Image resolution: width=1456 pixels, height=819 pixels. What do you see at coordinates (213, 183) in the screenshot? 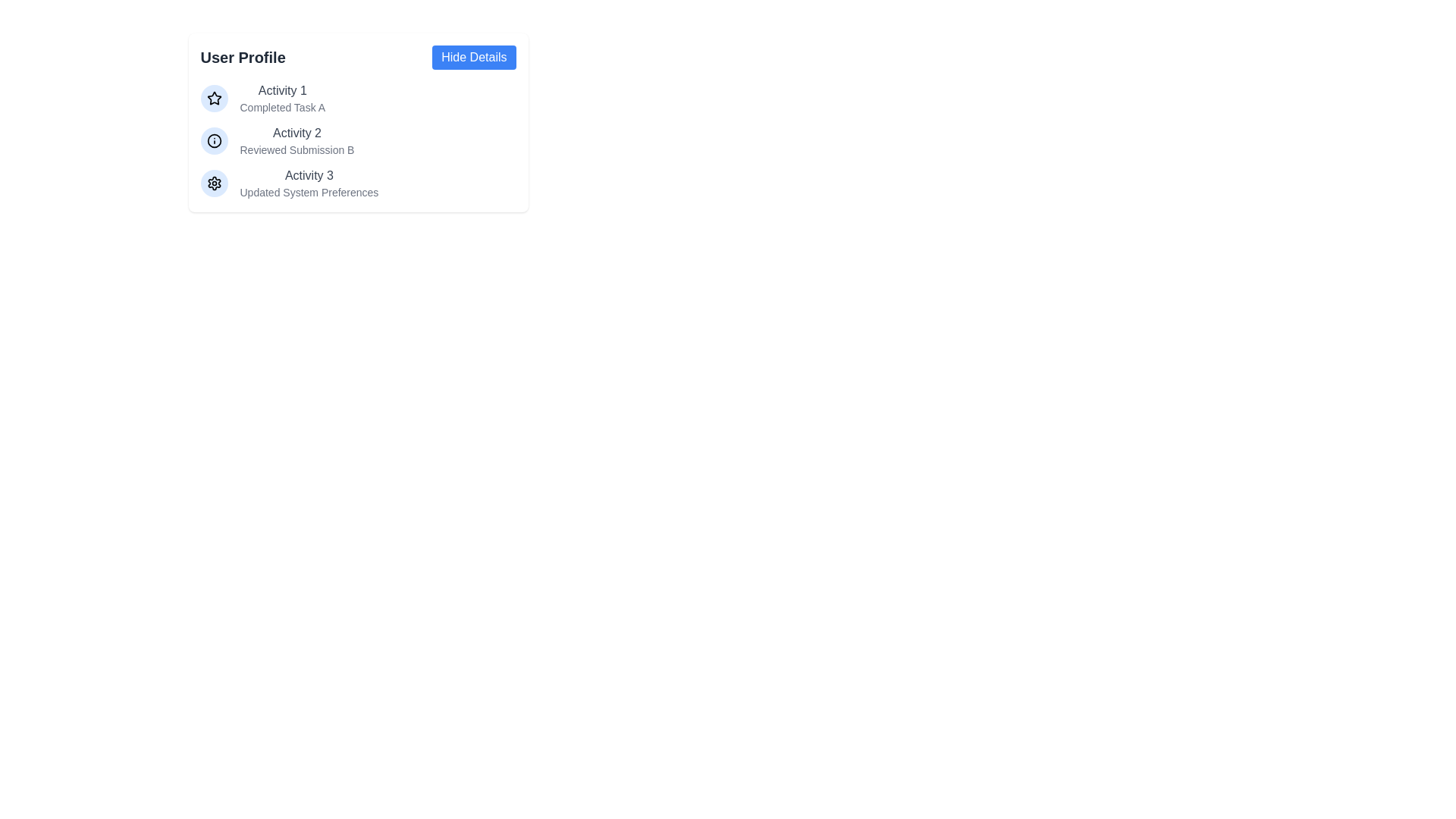
I see `the gear-shaped icon with a blue circular background located to the left of the 'Activity 3' text in the 'User Profile' card` at bounding box center [213, 183].